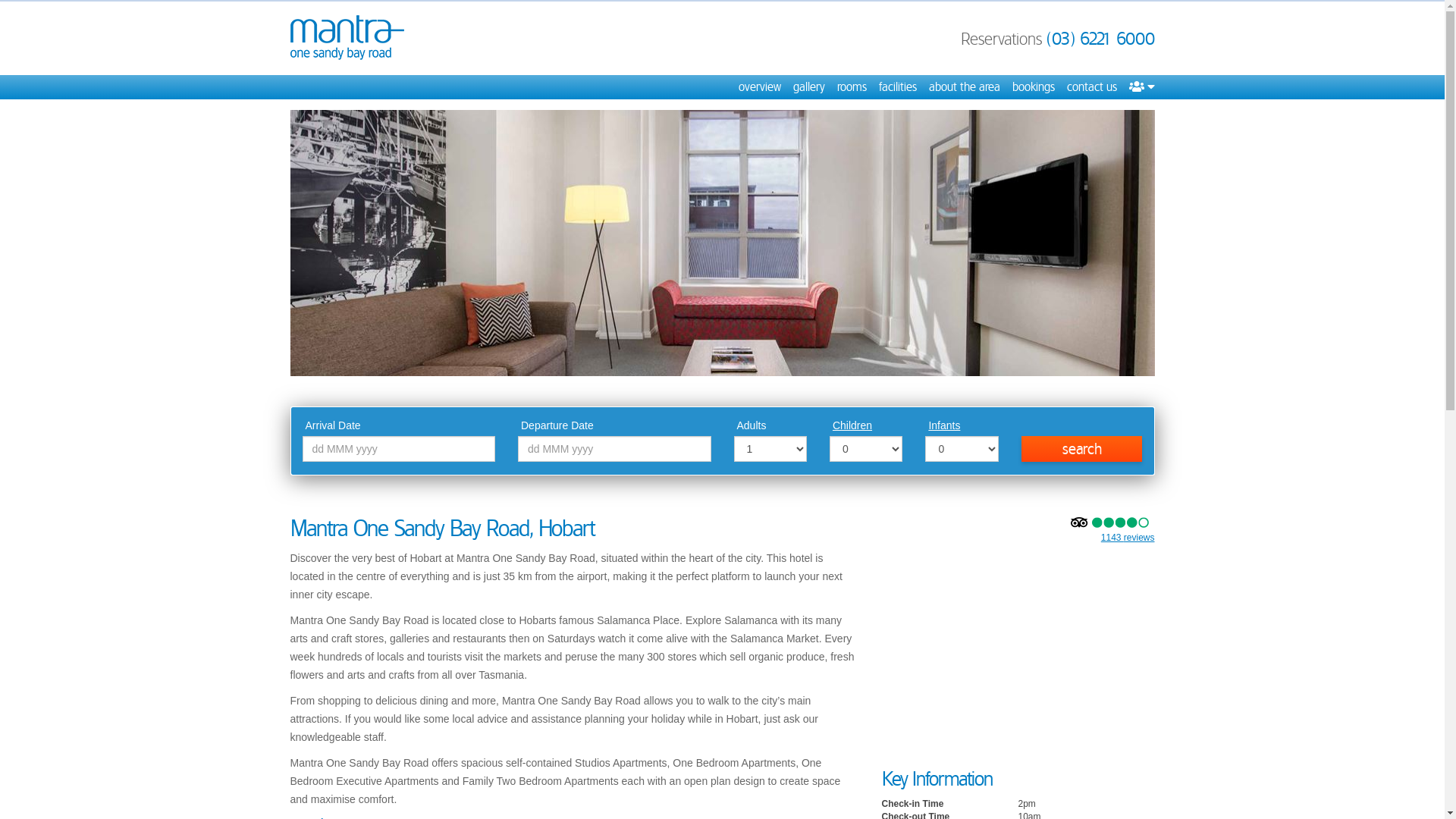 The height and width of the screenshot is (819, 1456). I want to click on 'Mantra One Sandy Bay Road', so click(345, 36).